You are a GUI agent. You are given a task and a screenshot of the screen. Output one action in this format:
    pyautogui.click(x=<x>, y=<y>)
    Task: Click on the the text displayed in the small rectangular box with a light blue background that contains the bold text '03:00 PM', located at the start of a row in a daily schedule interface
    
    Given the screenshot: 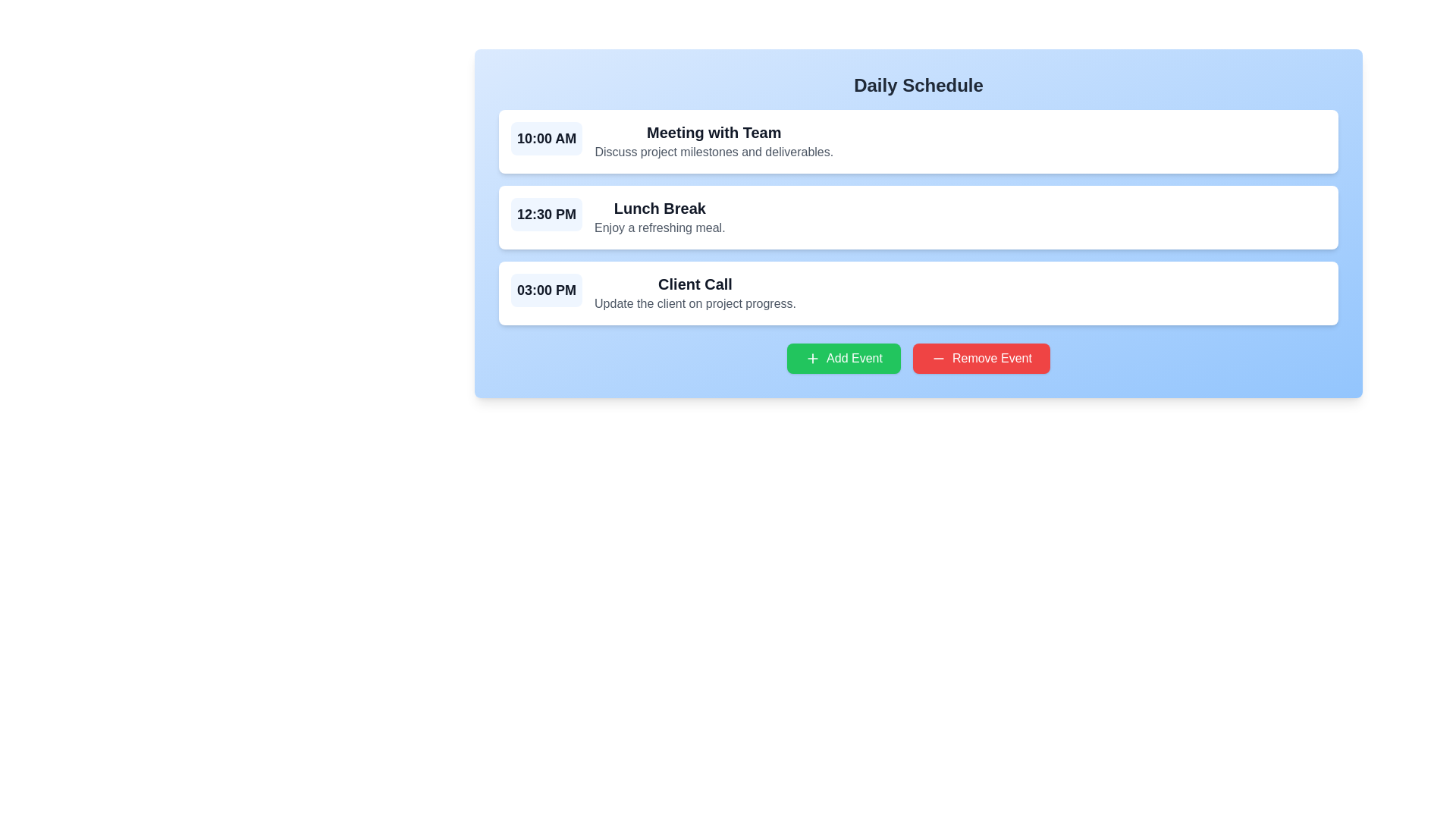 What is the action you would take?
    pyautogui.click(x=546, y=290)
    